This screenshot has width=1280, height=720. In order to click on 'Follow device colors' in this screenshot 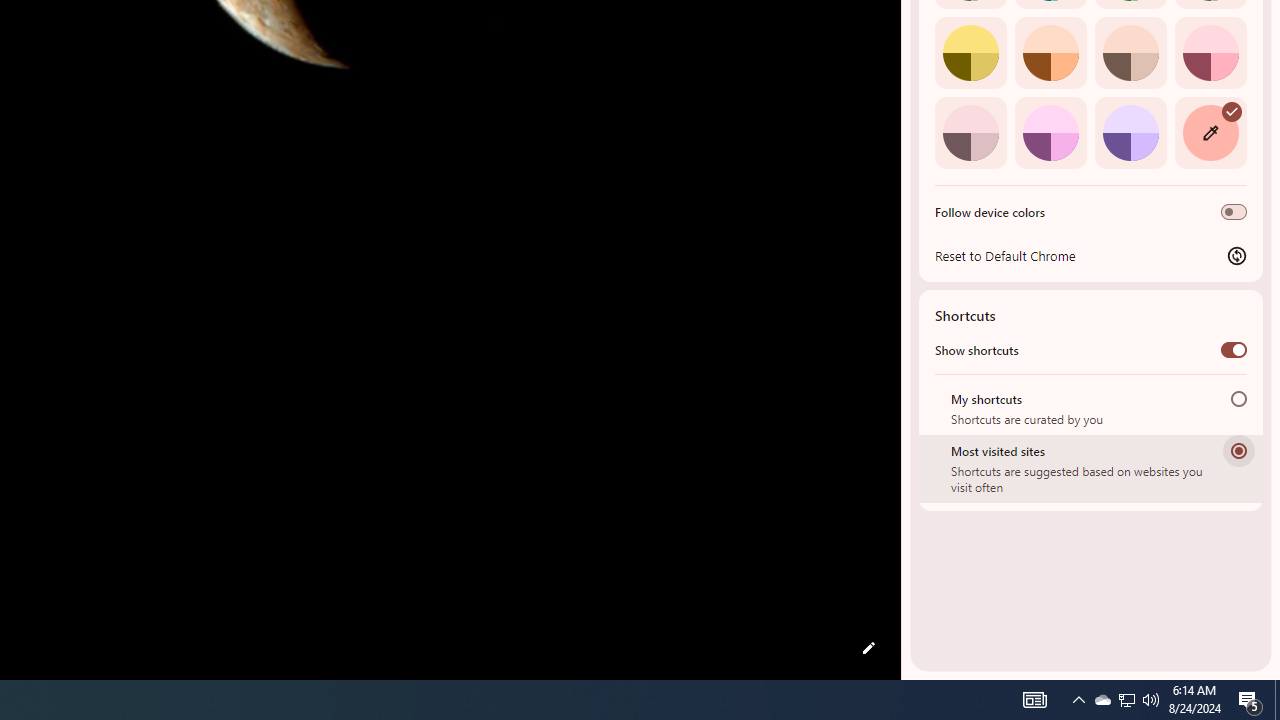, I will do `click(1232, 211)`.